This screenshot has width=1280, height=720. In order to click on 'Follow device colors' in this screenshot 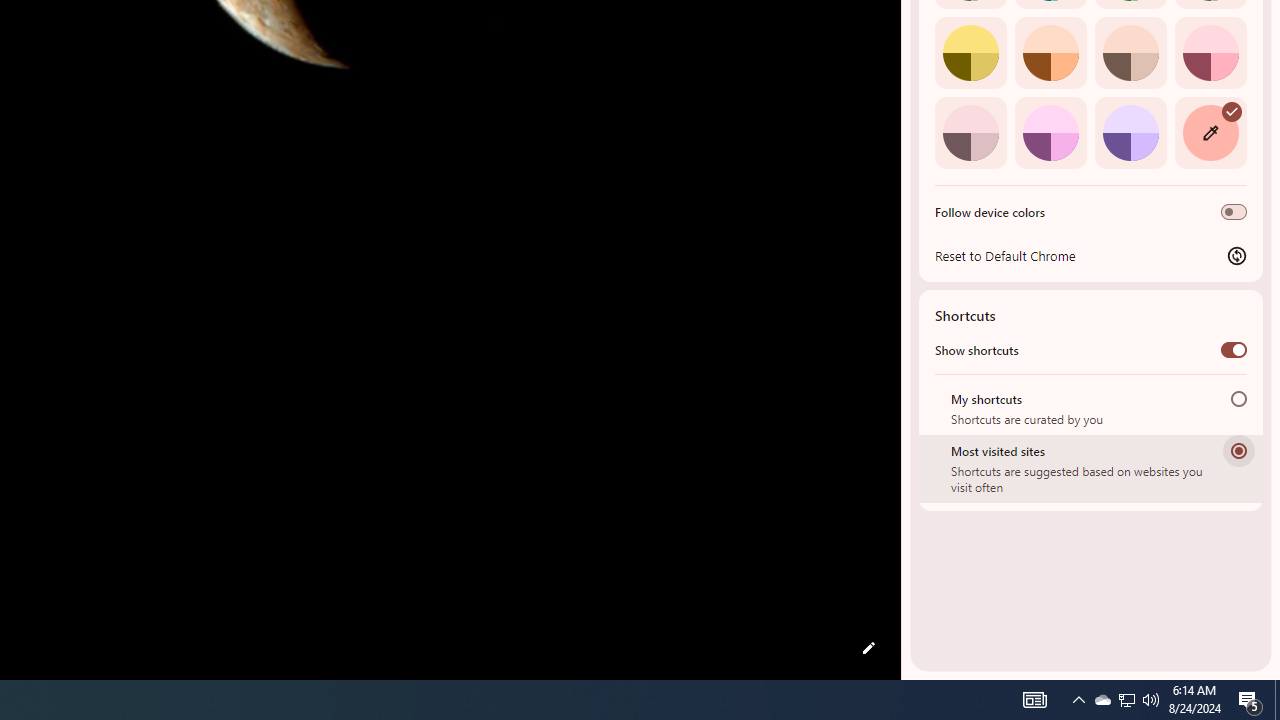, I will do `click(1232, 211)`.